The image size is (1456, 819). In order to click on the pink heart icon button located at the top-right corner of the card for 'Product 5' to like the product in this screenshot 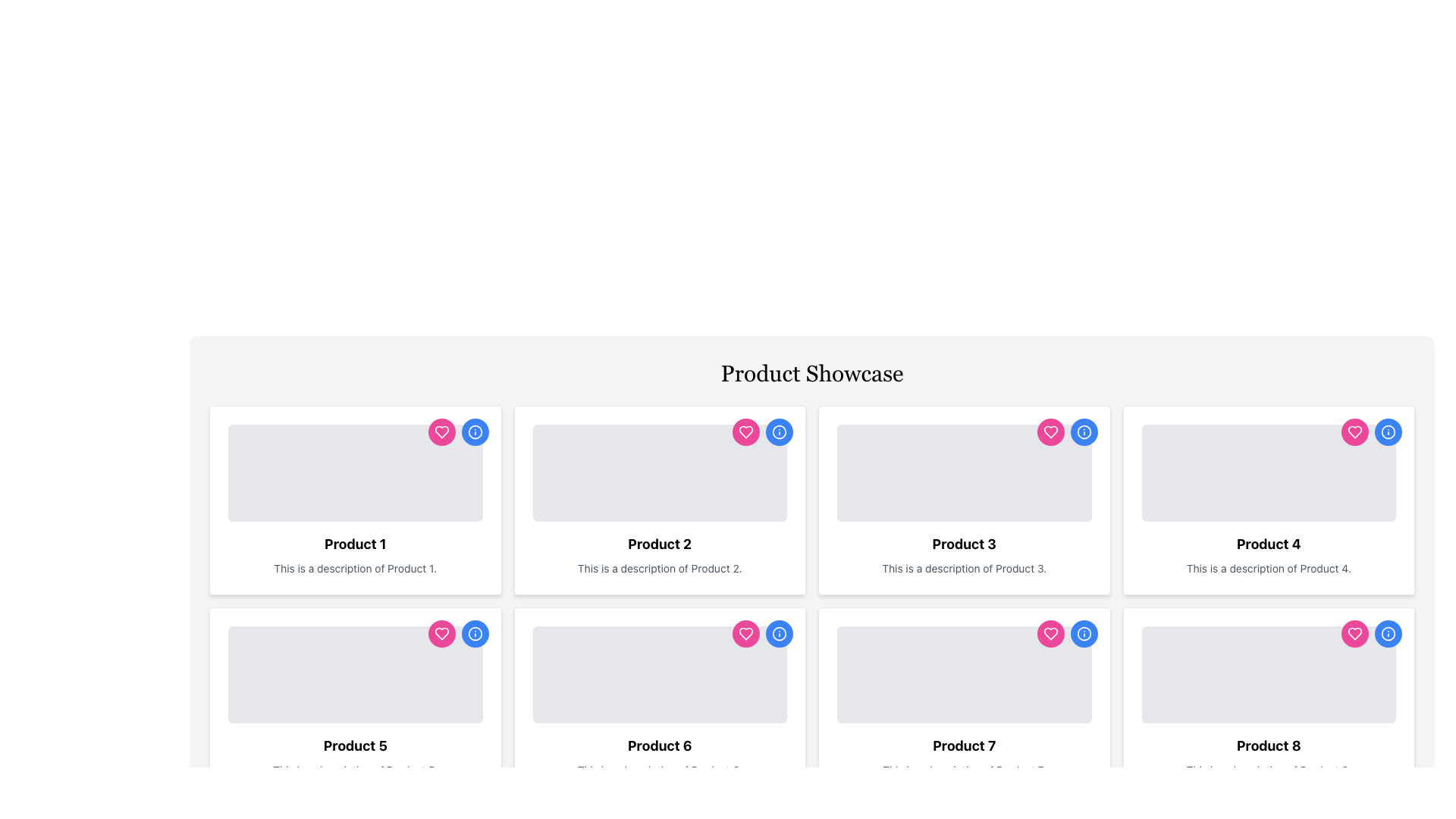, I will do `click(457, 634)`.